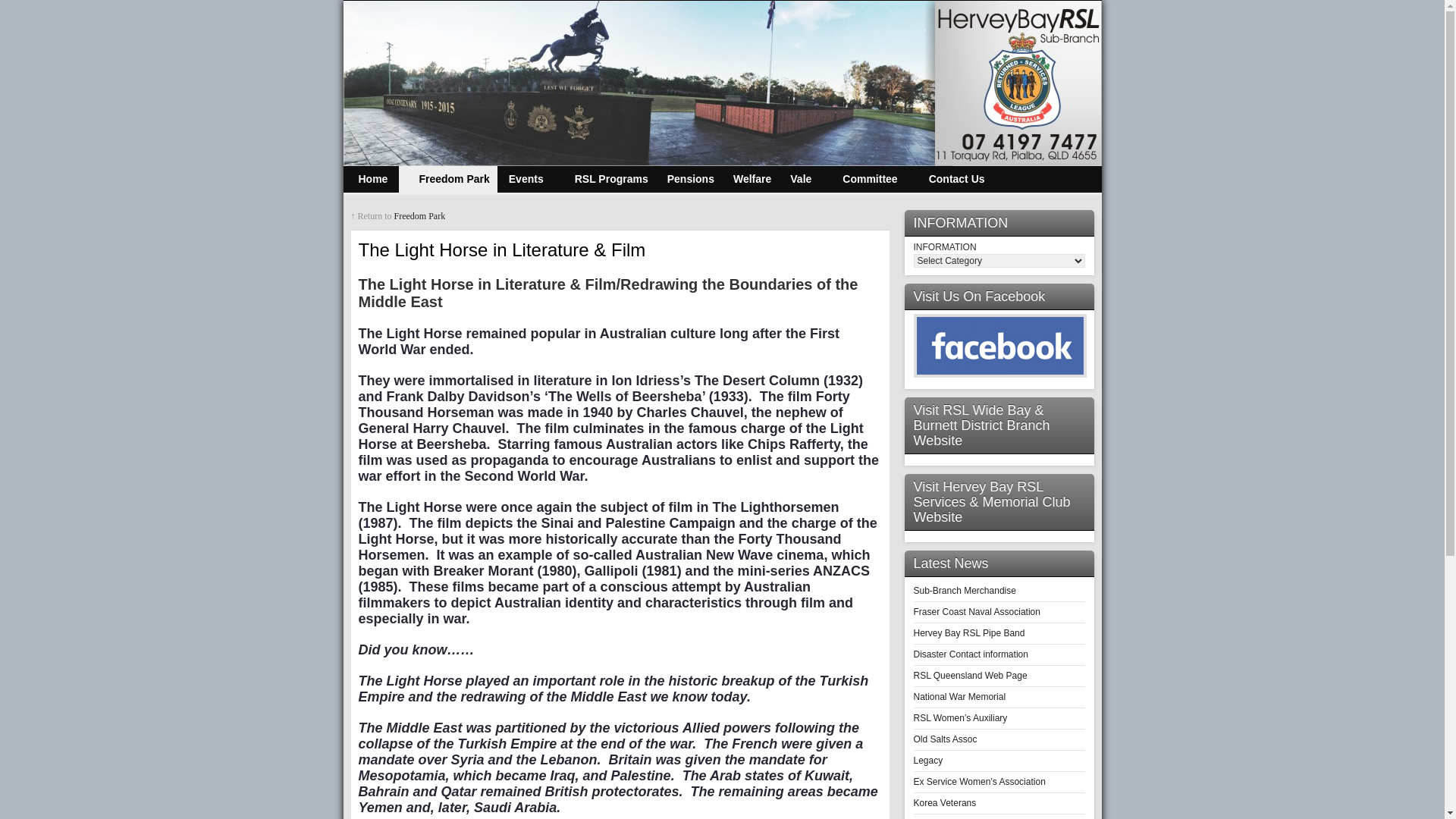 Image resolution: width=1456 pixels, height=819 pixels. Describe the element at coordinates (800, 178) in the screenshot. I see `'Vale'` at that location.